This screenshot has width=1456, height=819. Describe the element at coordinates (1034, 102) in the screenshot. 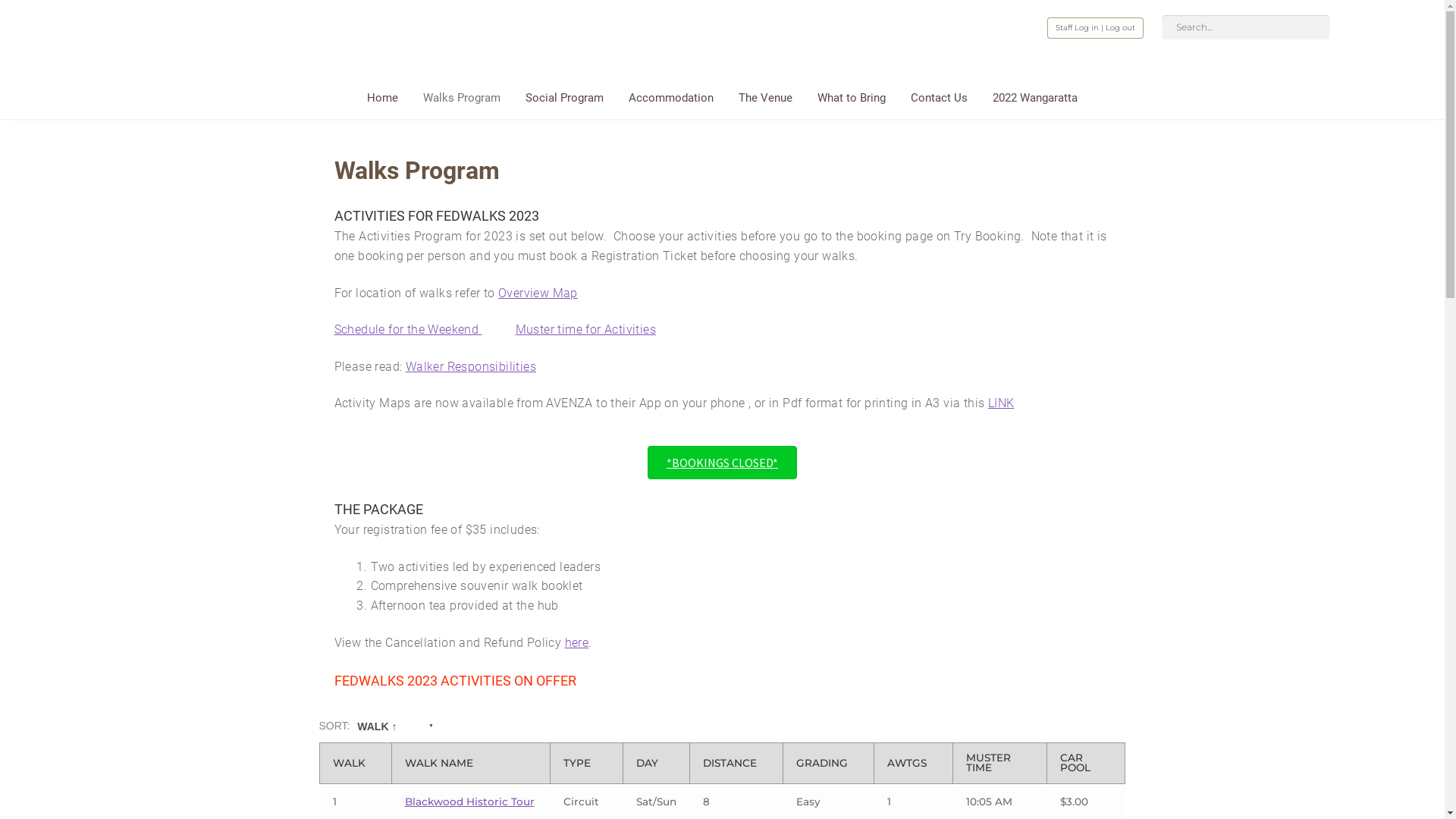

I see `'2022 Wangaratta'` at that location.